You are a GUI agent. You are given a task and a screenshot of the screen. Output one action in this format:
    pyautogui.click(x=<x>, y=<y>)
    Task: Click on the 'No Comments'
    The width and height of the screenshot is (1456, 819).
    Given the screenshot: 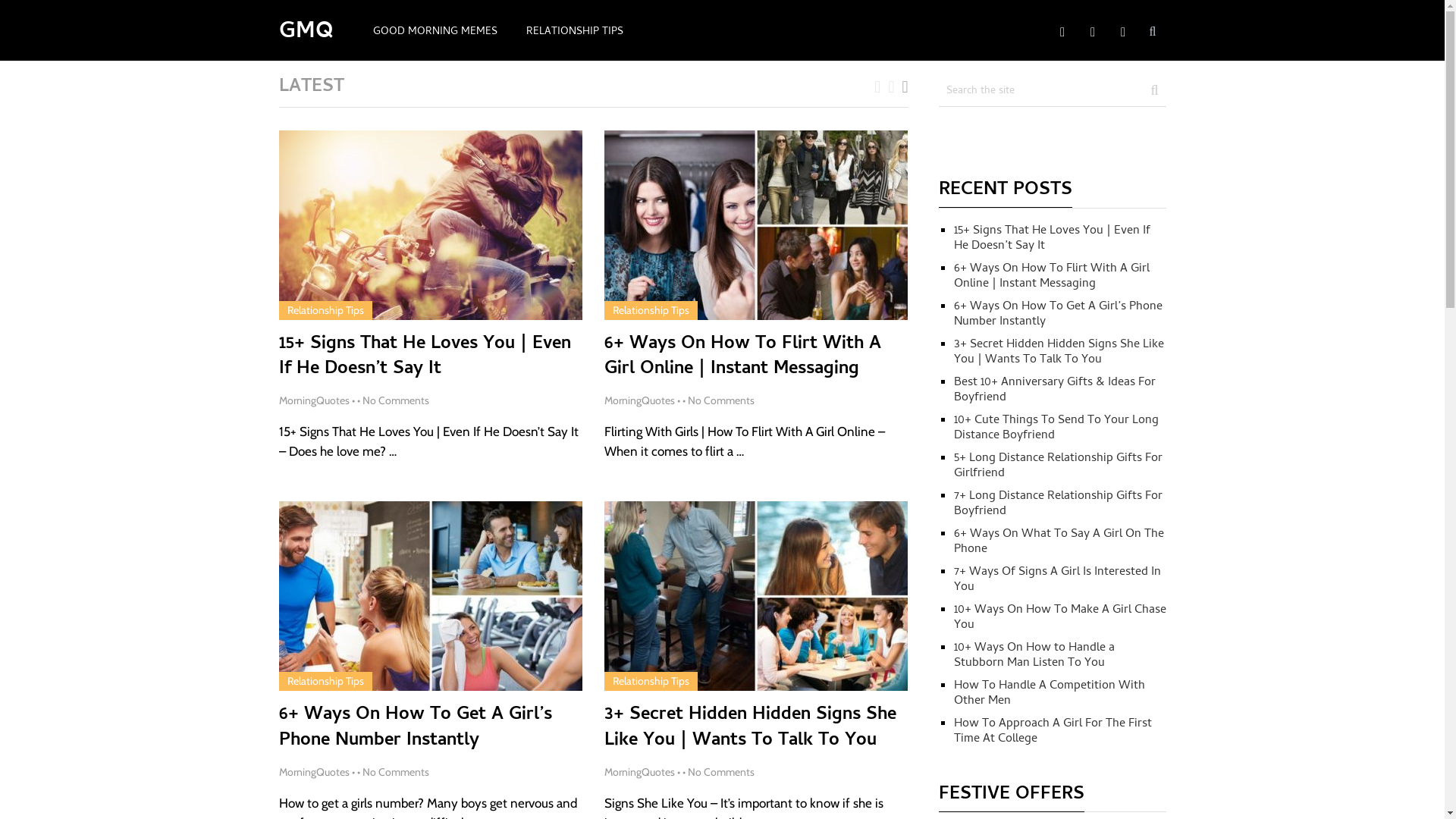 What is the action you would take?
    pyautogui.click(x=362, y=400)
    